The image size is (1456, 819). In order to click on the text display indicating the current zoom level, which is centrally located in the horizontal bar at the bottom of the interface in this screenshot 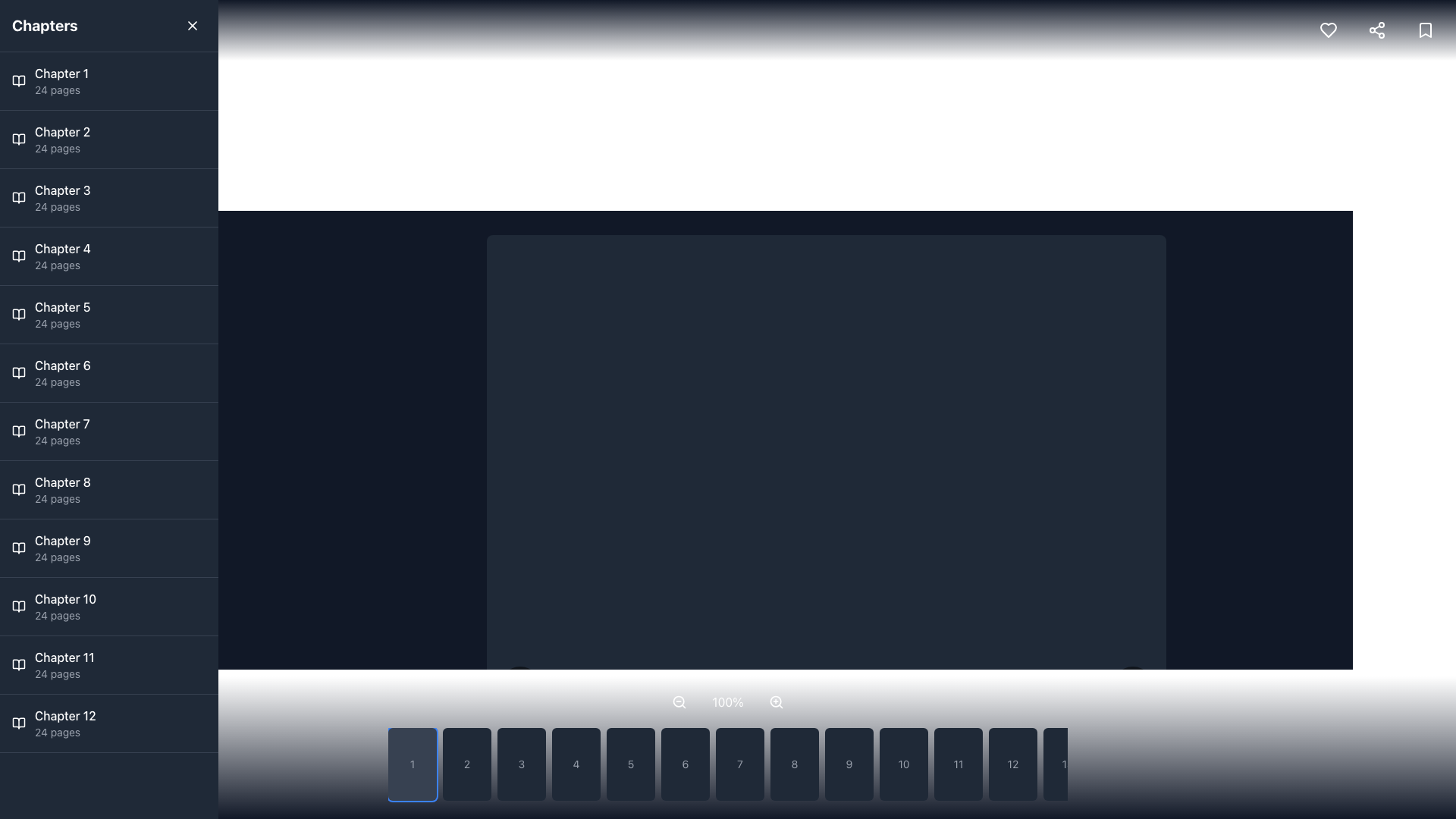, I will do `click(728, 701)`.